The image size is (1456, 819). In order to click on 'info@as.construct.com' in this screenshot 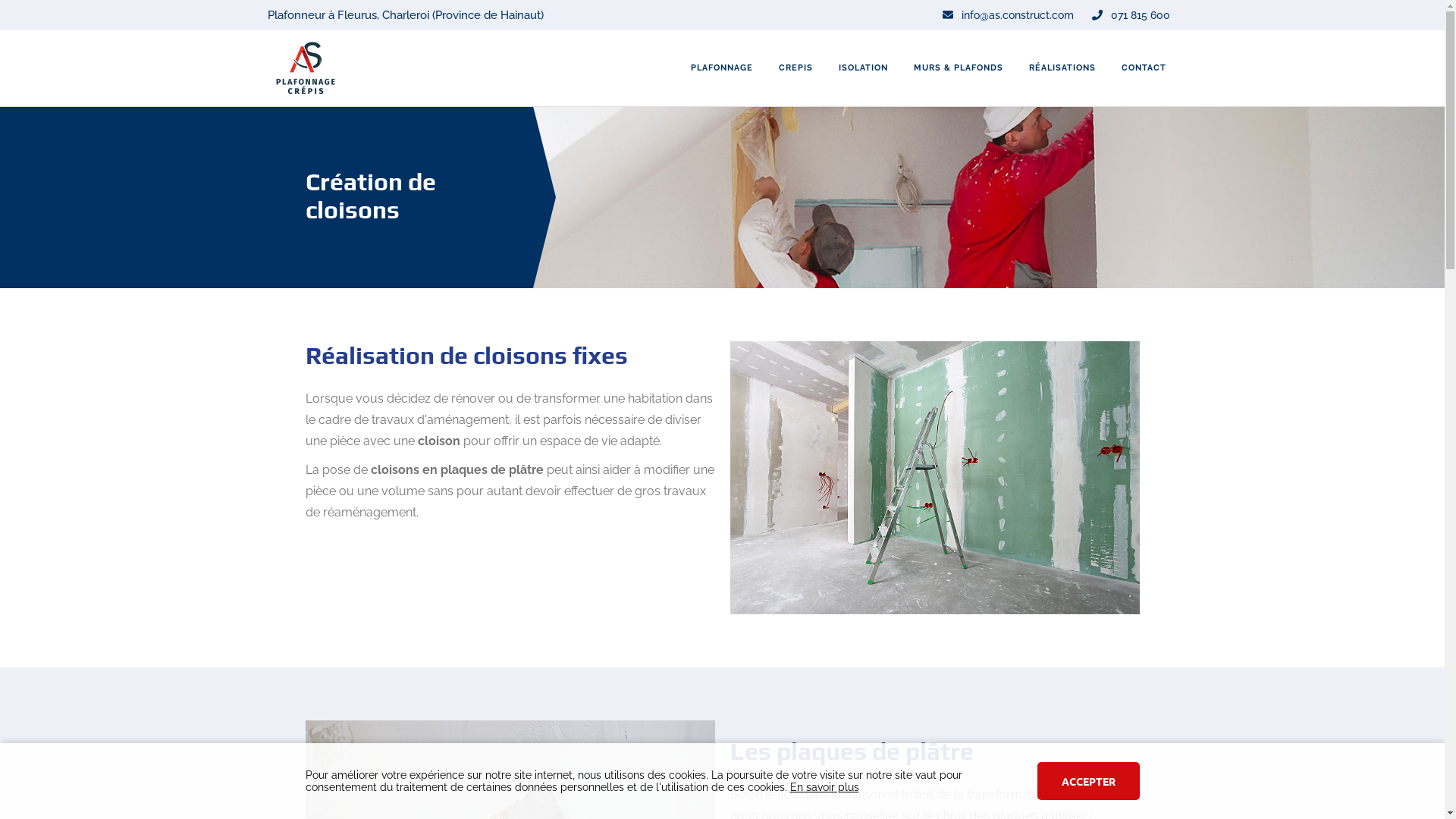, I will do `click(1007, 14)`.